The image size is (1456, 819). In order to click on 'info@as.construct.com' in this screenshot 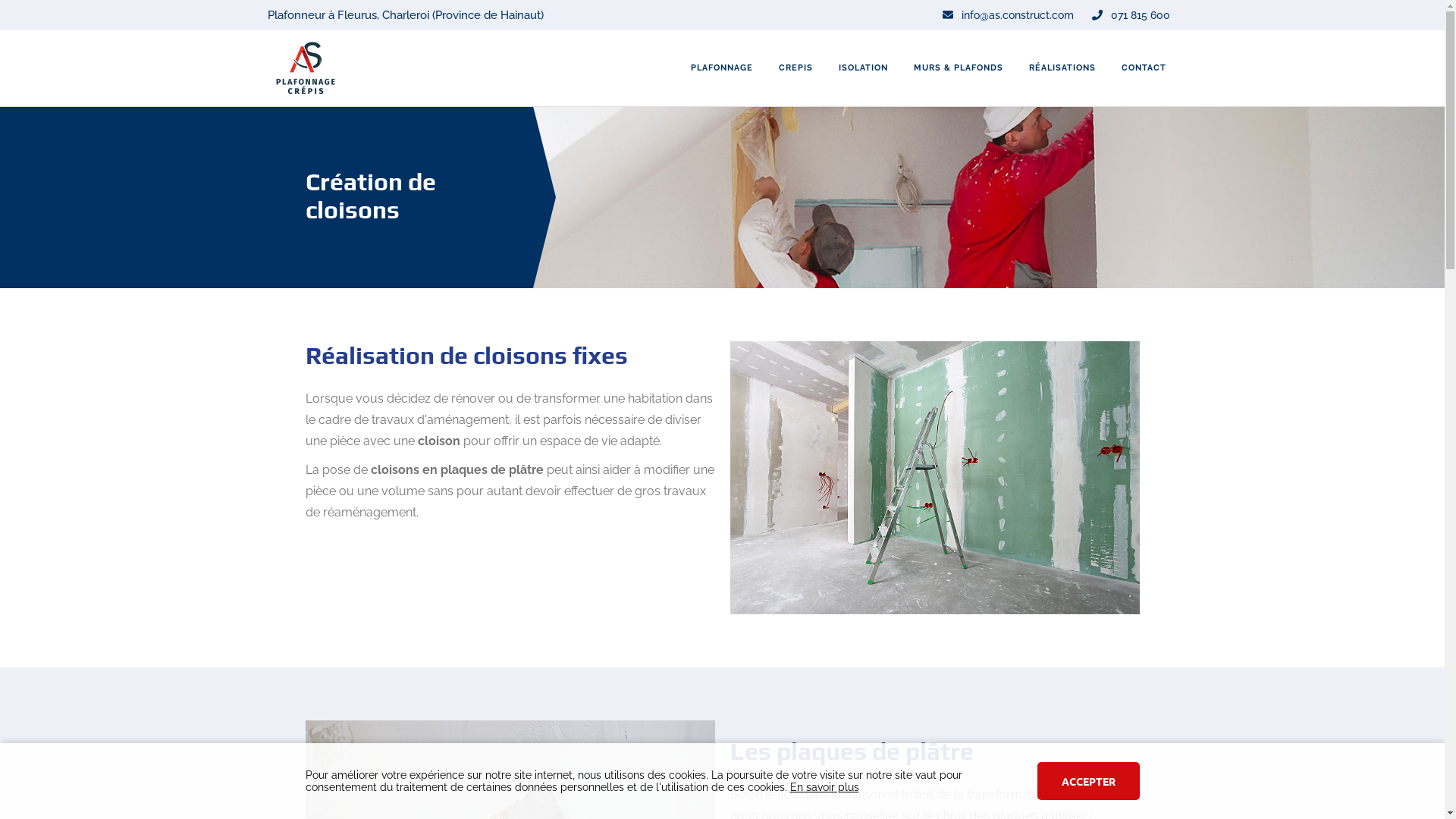, I will do `click(1007, 14)`.